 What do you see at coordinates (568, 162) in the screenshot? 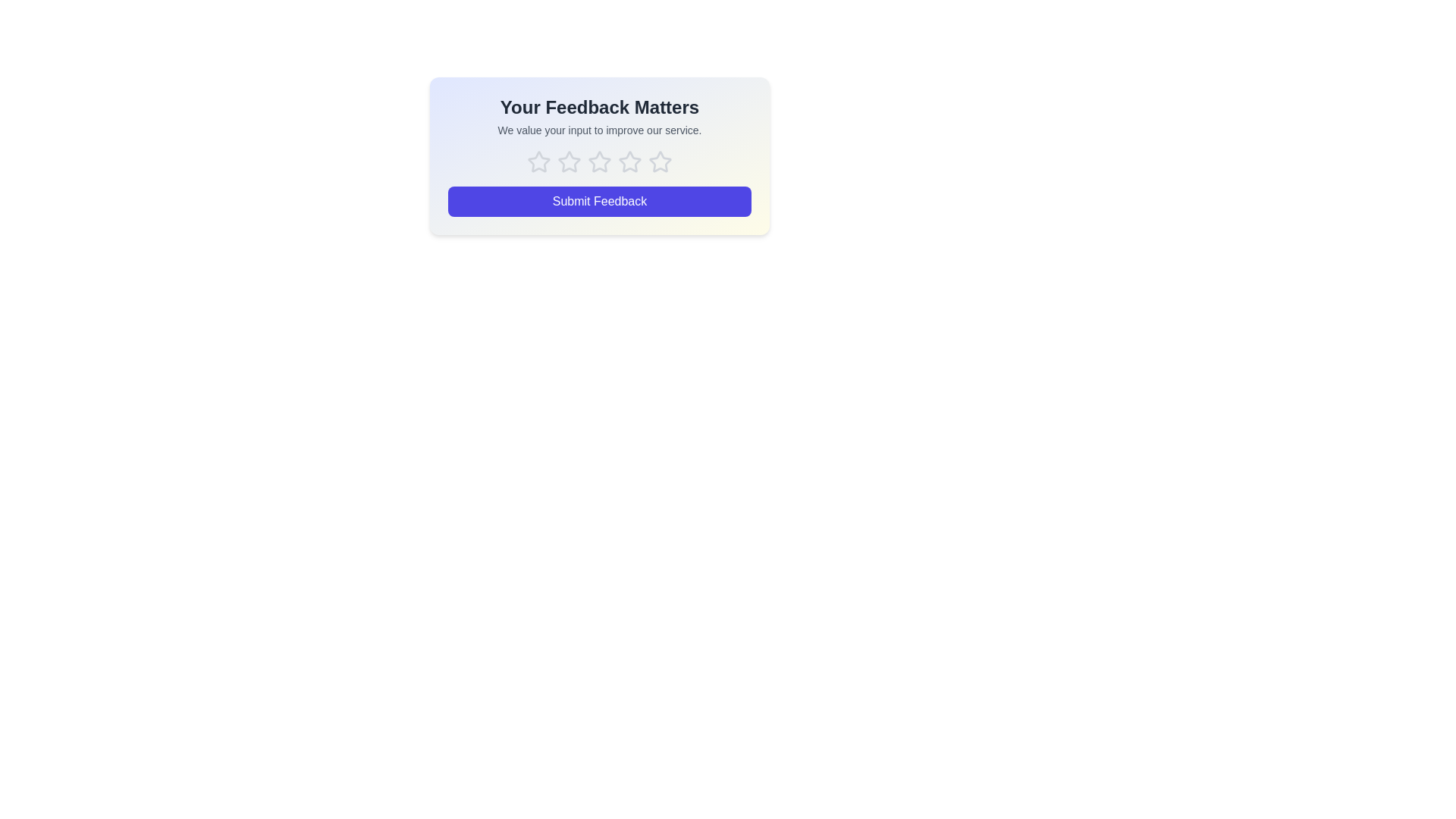
I see `the second star-shaped icon in the rating system, which has a light gray outline` at bounding box center [568, 162].